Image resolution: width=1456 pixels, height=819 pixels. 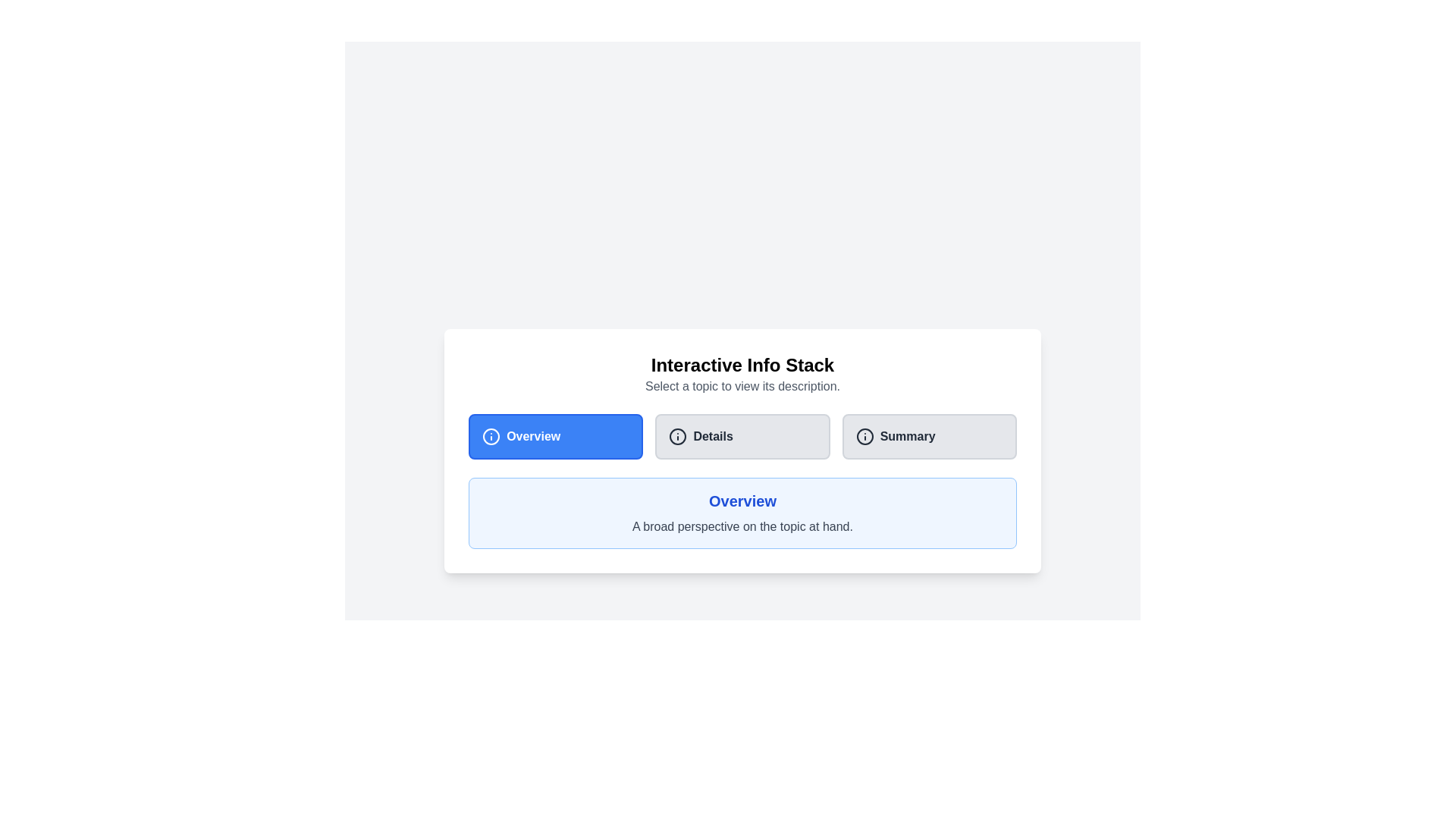 What do you see at coordinates (555, 436) in the screenshot?
I see `the first button in a row of three buttons, which functions as an option selector for displaying content related to 'Overview'` at bounding box center [555, 436].